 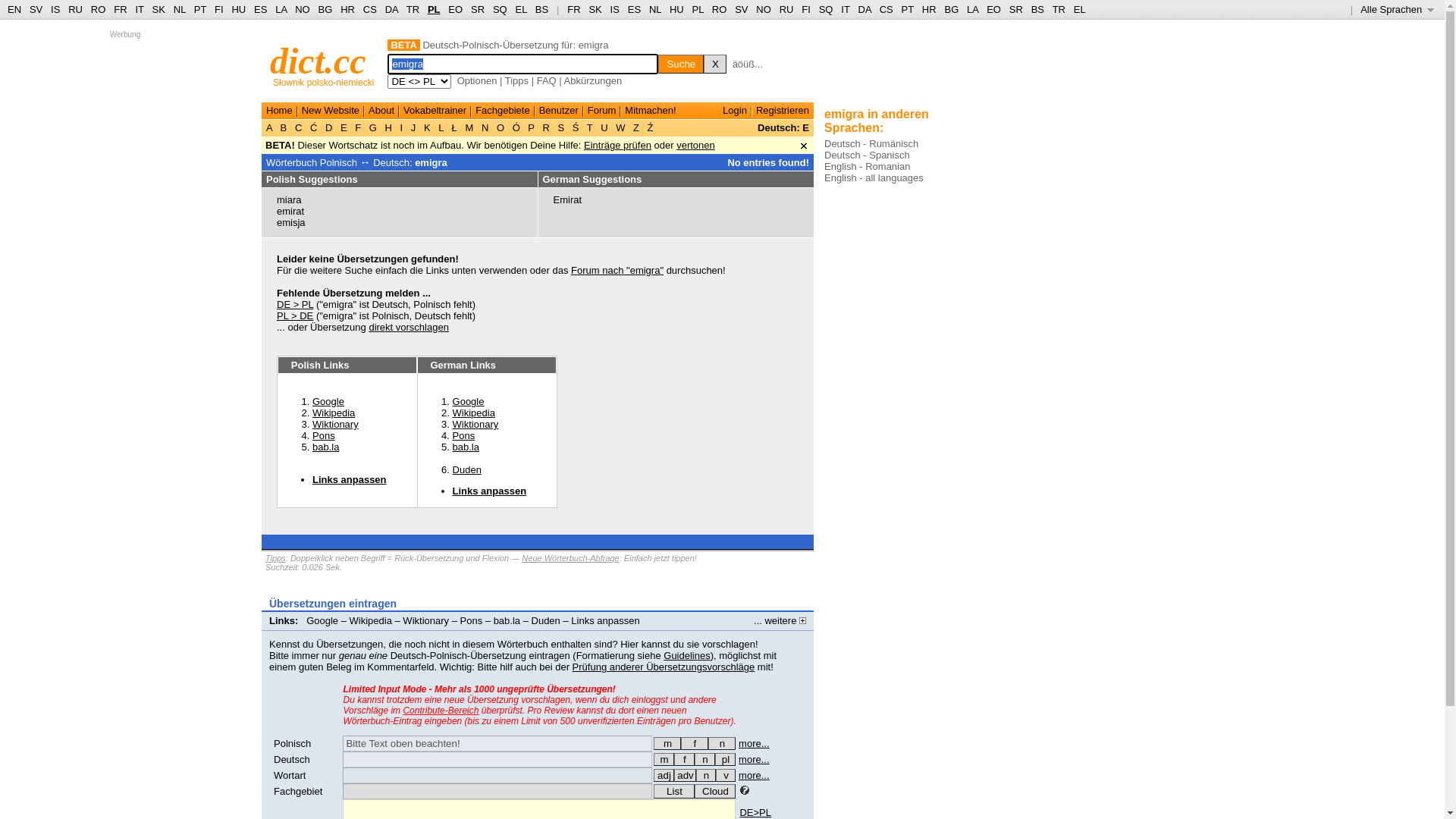 I want to click on 'IS', so click(x=615, y=9).